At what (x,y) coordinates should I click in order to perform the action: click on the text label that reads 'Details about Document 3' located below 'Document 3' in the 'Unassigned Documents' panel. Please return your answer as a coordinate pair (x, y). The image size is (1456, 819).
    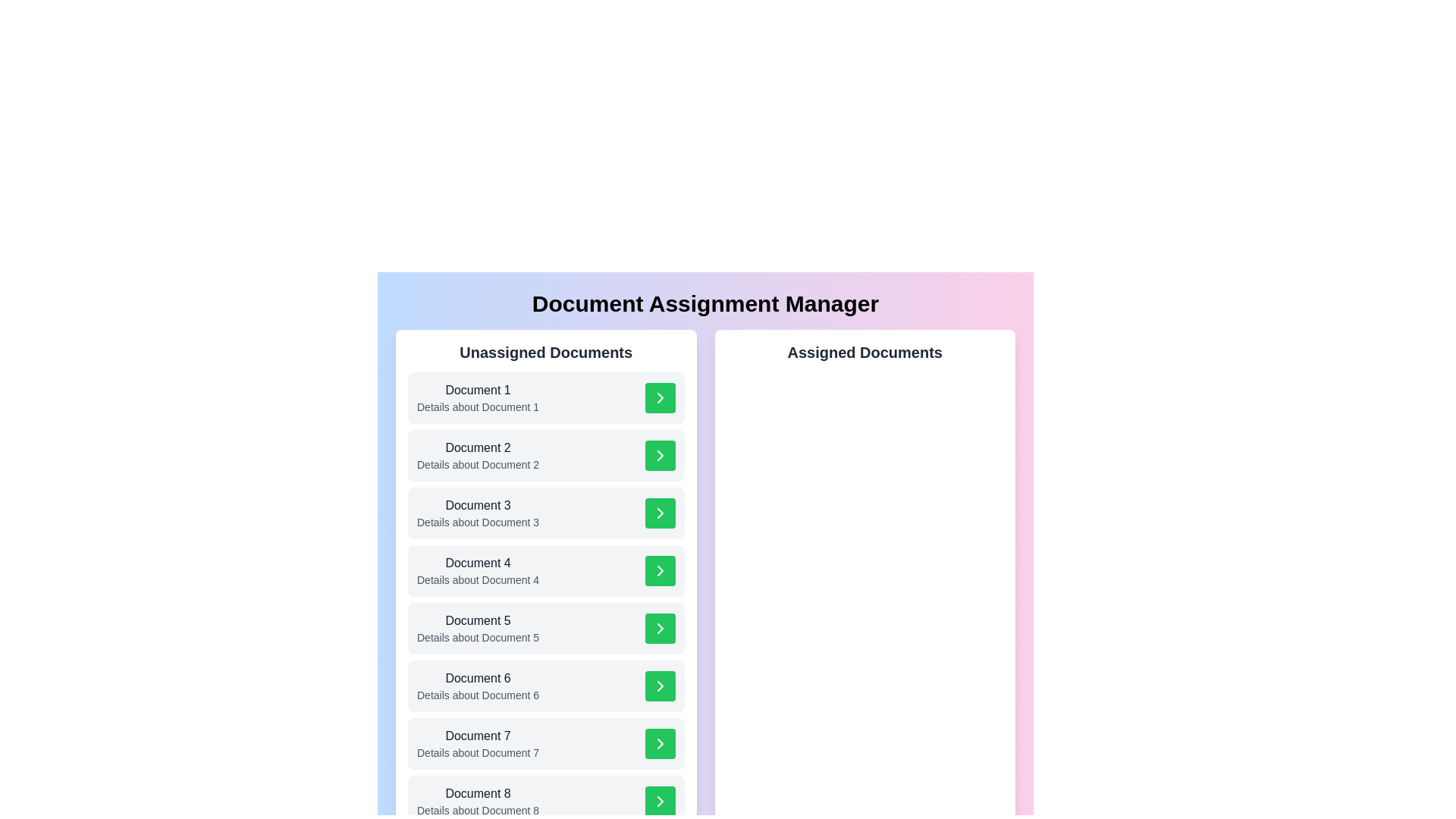
    Looking at the image, I should click on (477, 522).